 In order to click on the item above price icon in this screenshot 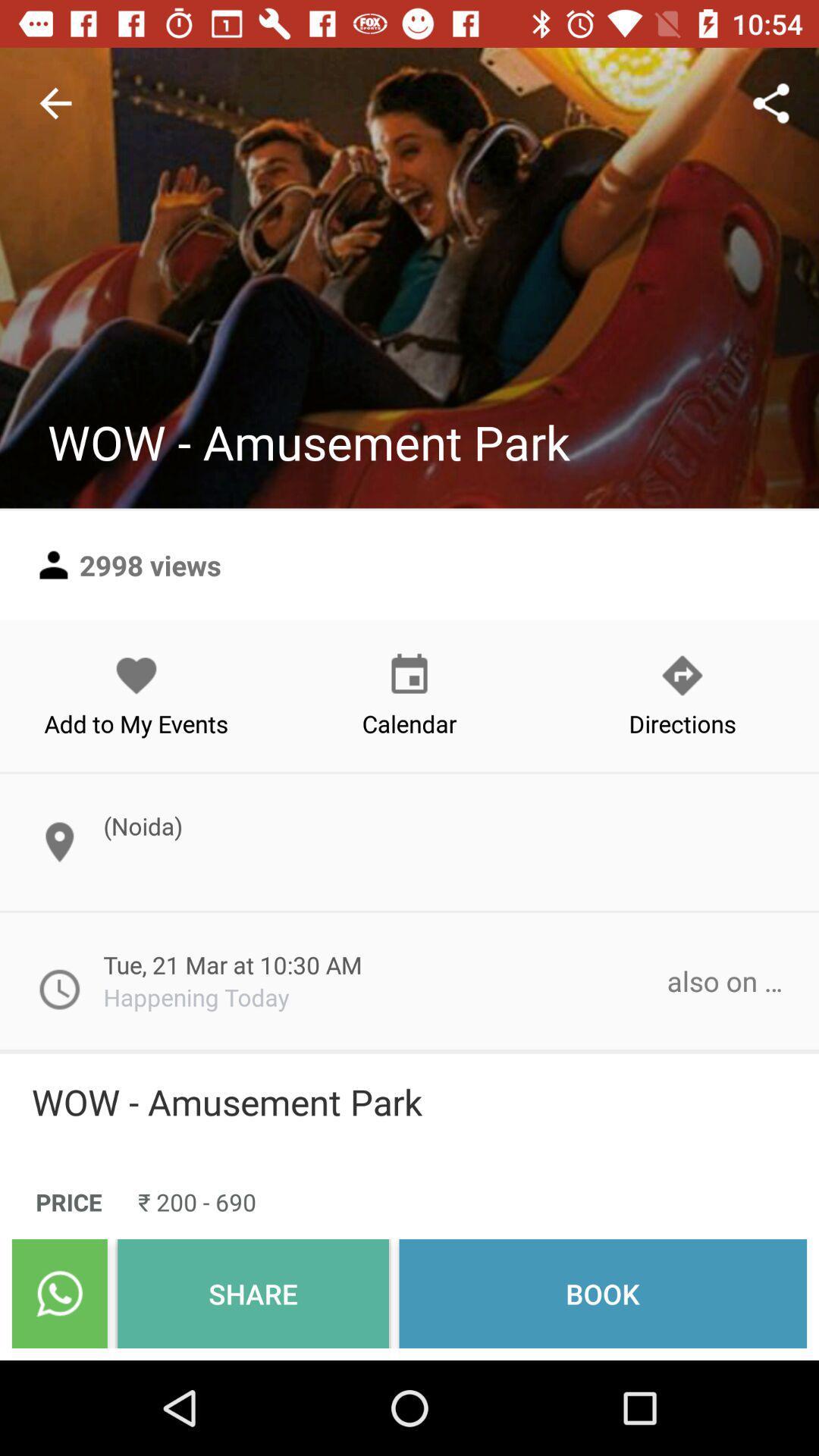, I will do `click(409, 1102)`.